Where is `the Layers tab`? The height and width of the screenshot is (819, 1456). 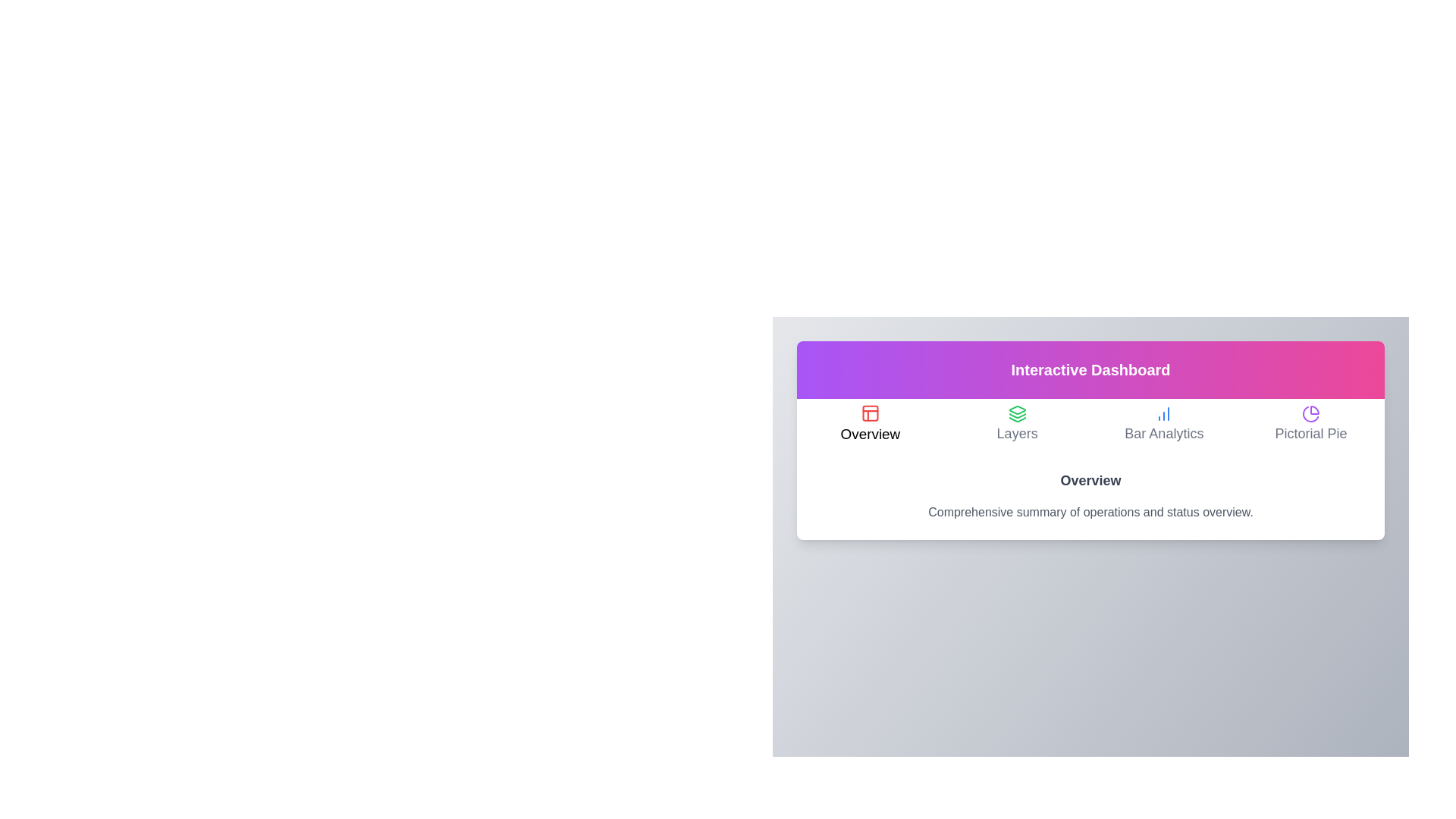
the Layers tab is located at coordinates (1017, 425).